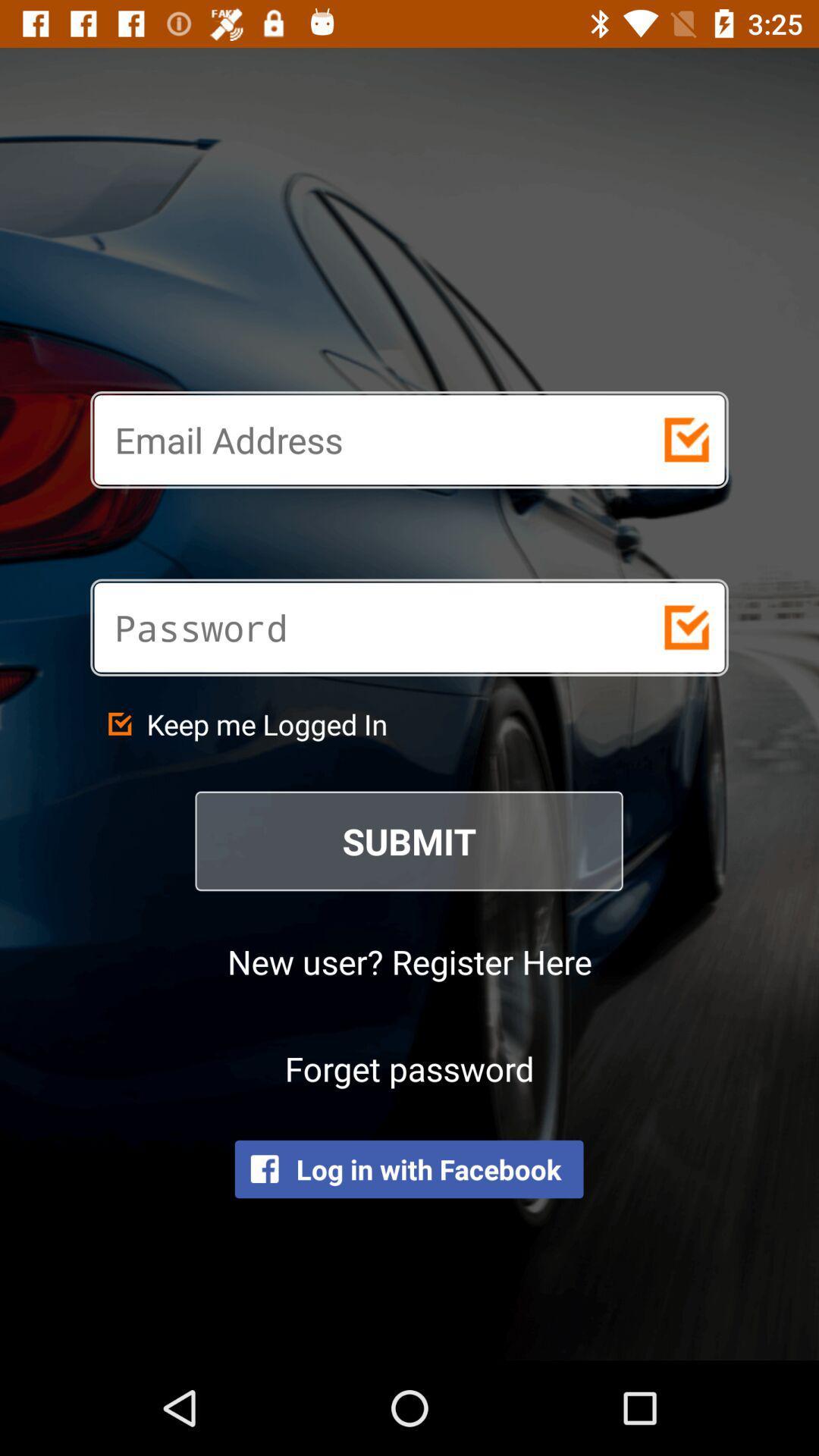 The height and width of the screenshot is (1456, 819). I want to click on the item above the forget password icon, so click(409, 960).